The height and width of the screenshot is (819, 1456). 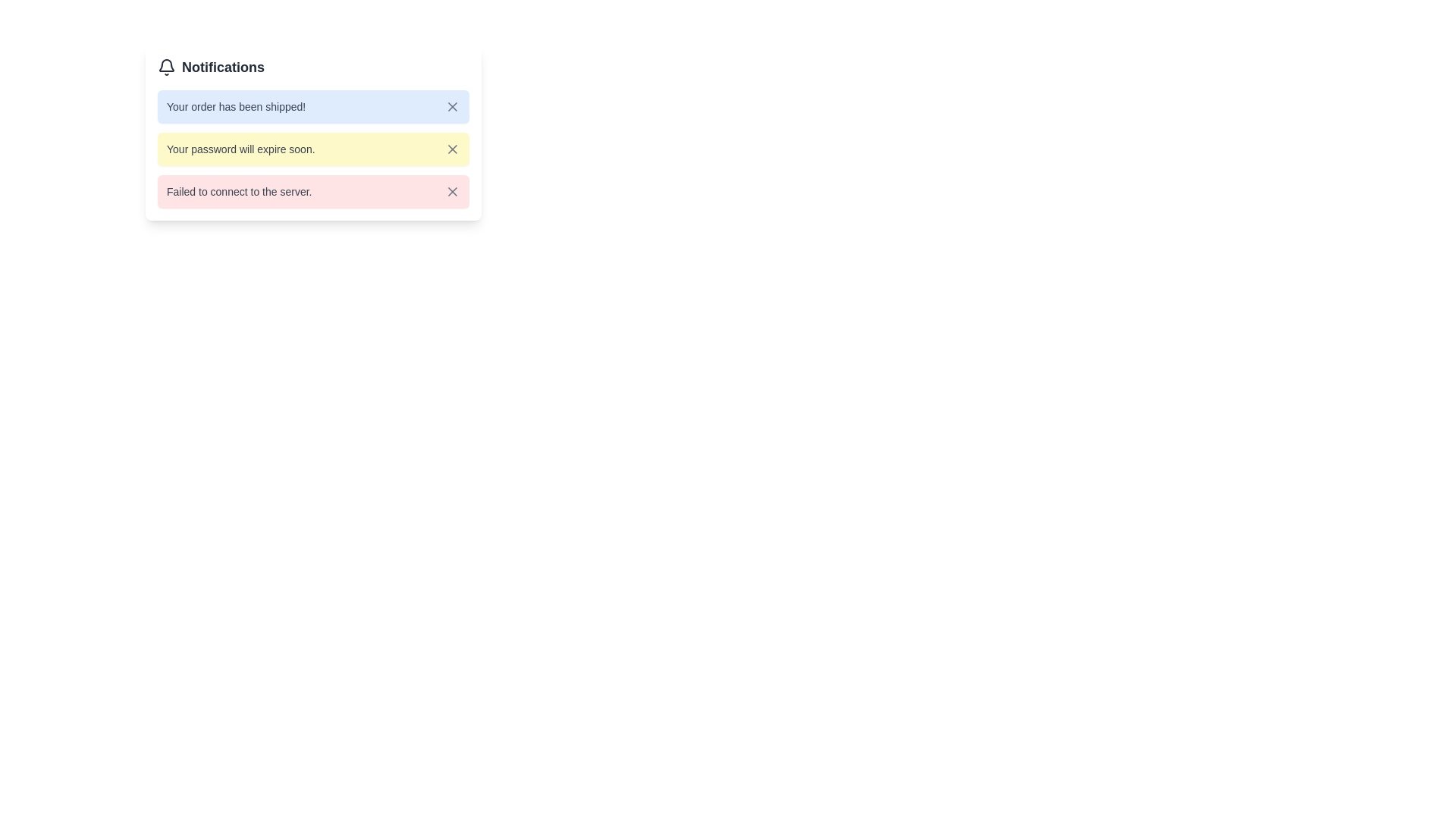 I want to click on the bell-shaped icon with a thin black outline, located to the left of the 'Notifications' label, so click(x=167, y=66).